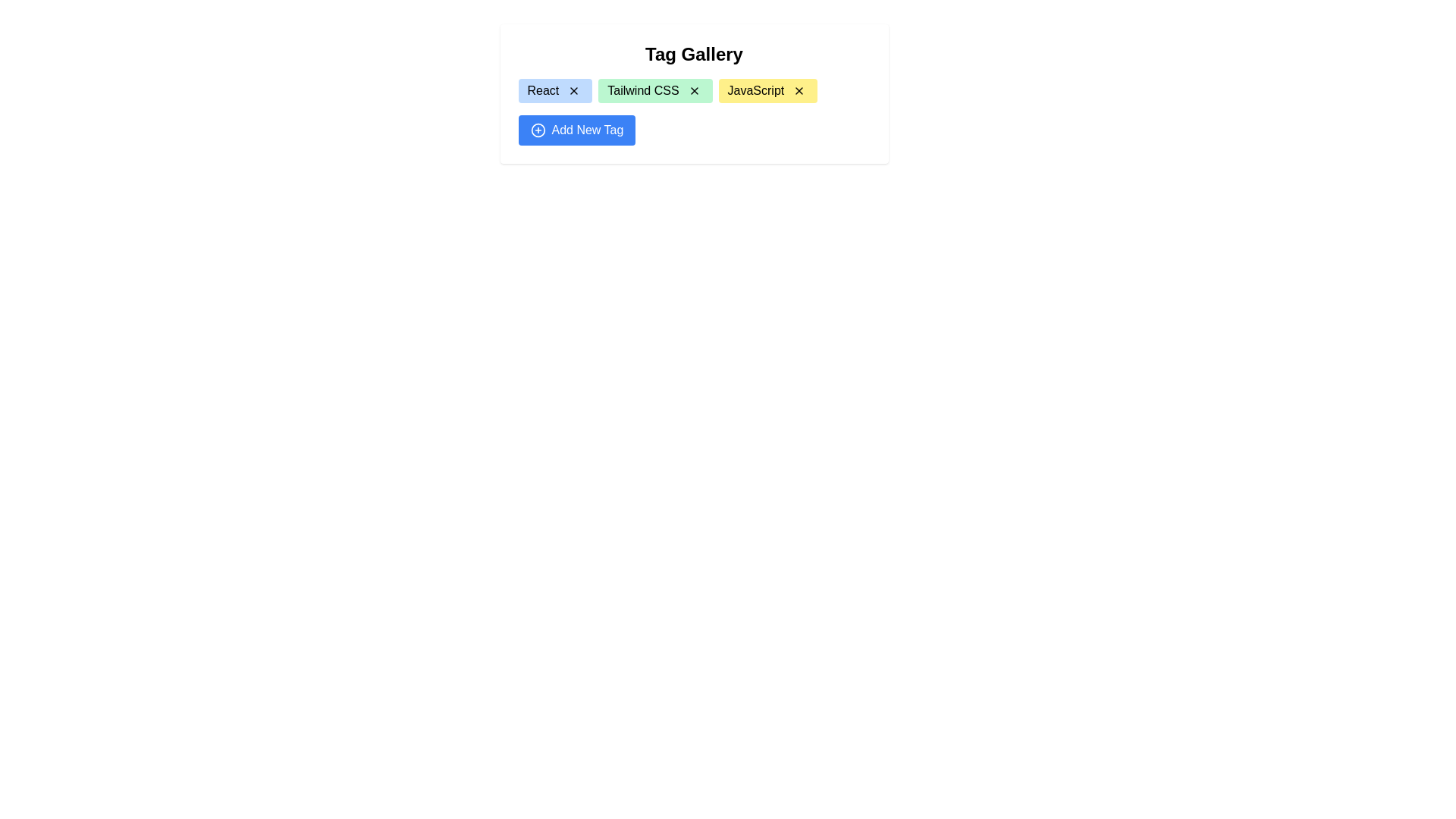 Image resolution: width=1456 pixels, height=819 pixels. Describe the element at coordinates (538, 130) in the screenshot. I see `the leftmost visual component of the 'Add New Tag' button` at that location.